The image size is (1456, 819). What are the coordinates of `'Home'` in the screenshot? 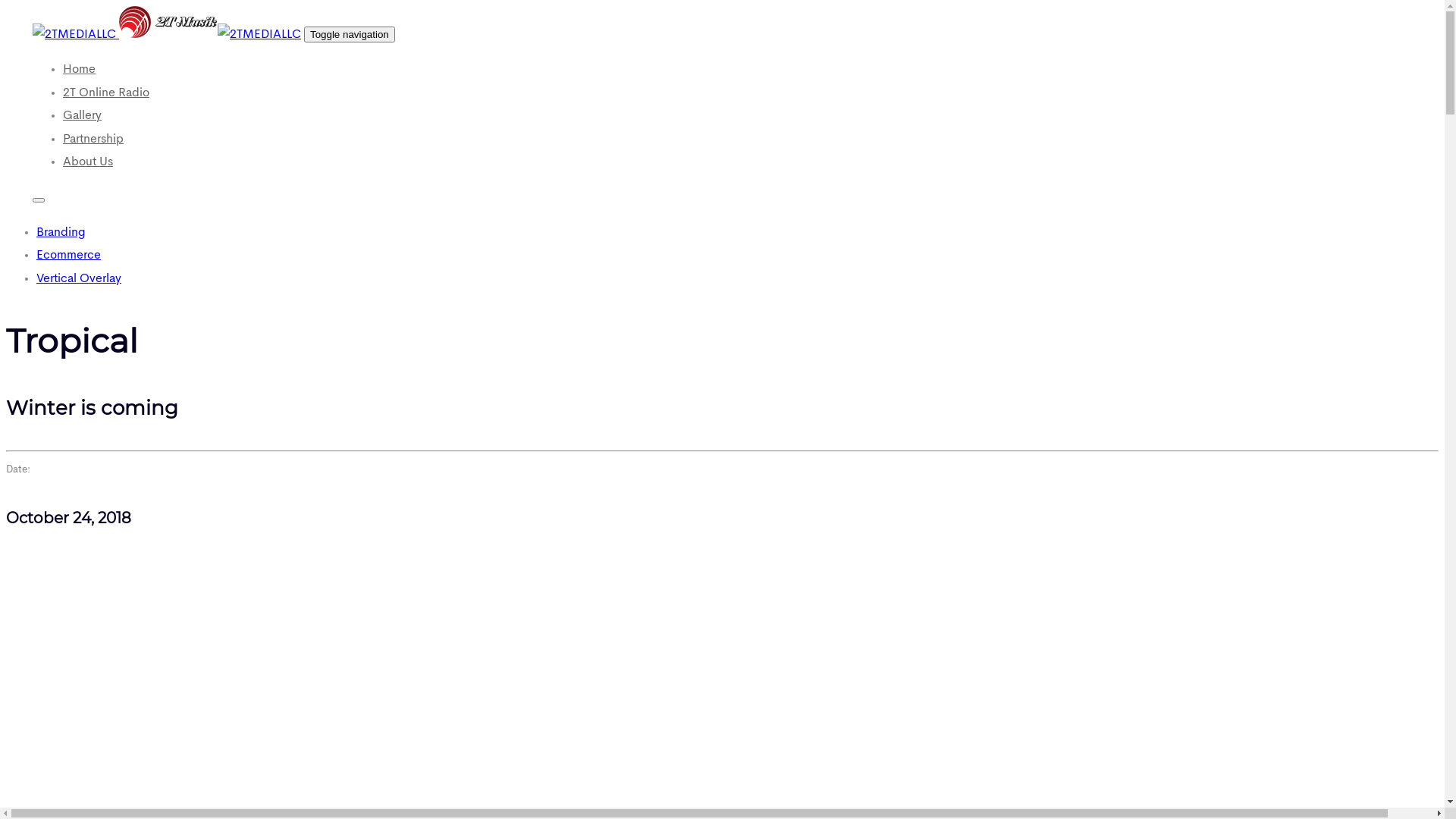 It's located at (78, 70).